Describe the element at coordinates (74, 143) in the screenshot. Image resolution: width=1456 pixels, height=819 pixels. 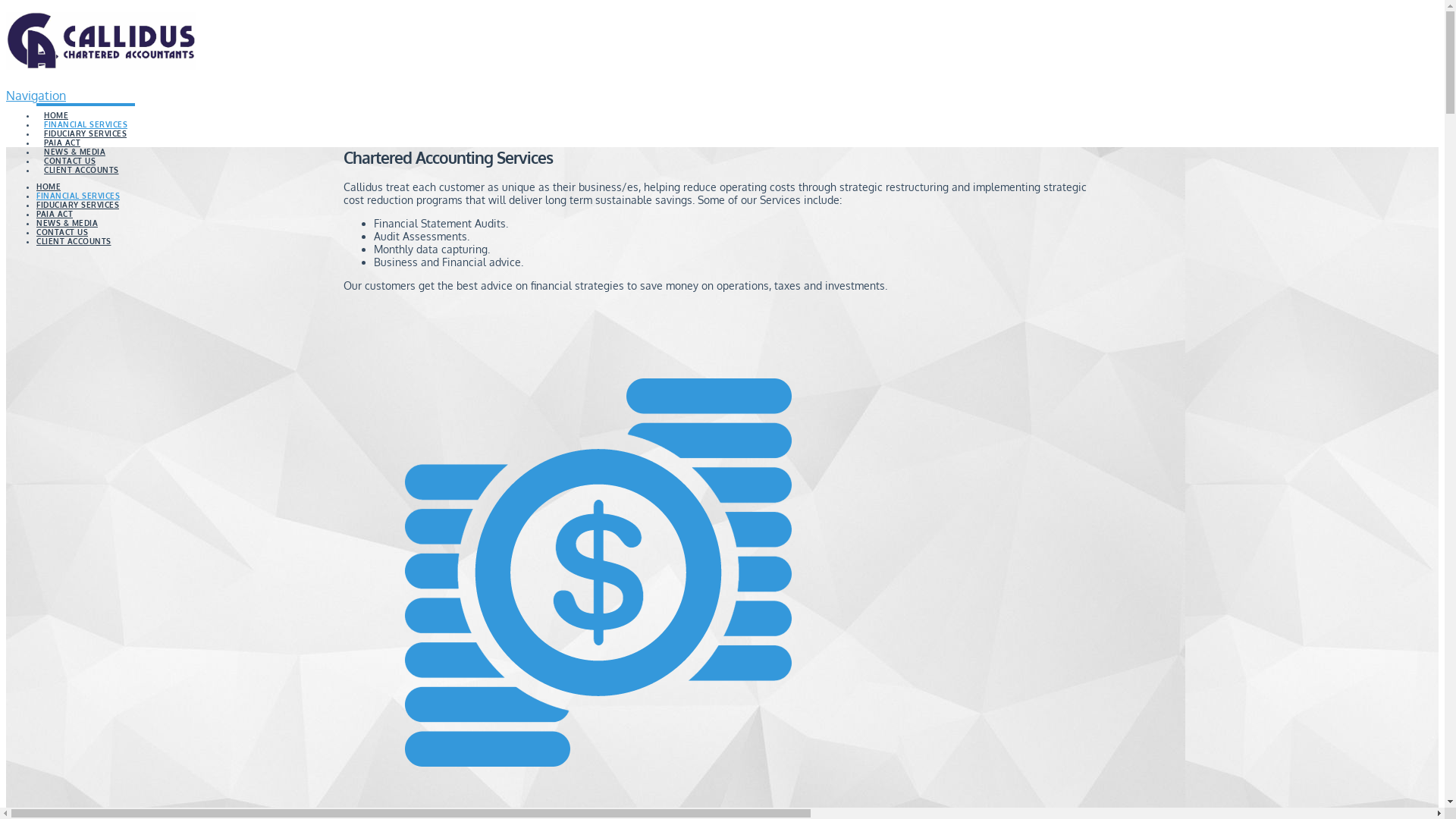
I see `'NEWS & MEDIA'` at that location.